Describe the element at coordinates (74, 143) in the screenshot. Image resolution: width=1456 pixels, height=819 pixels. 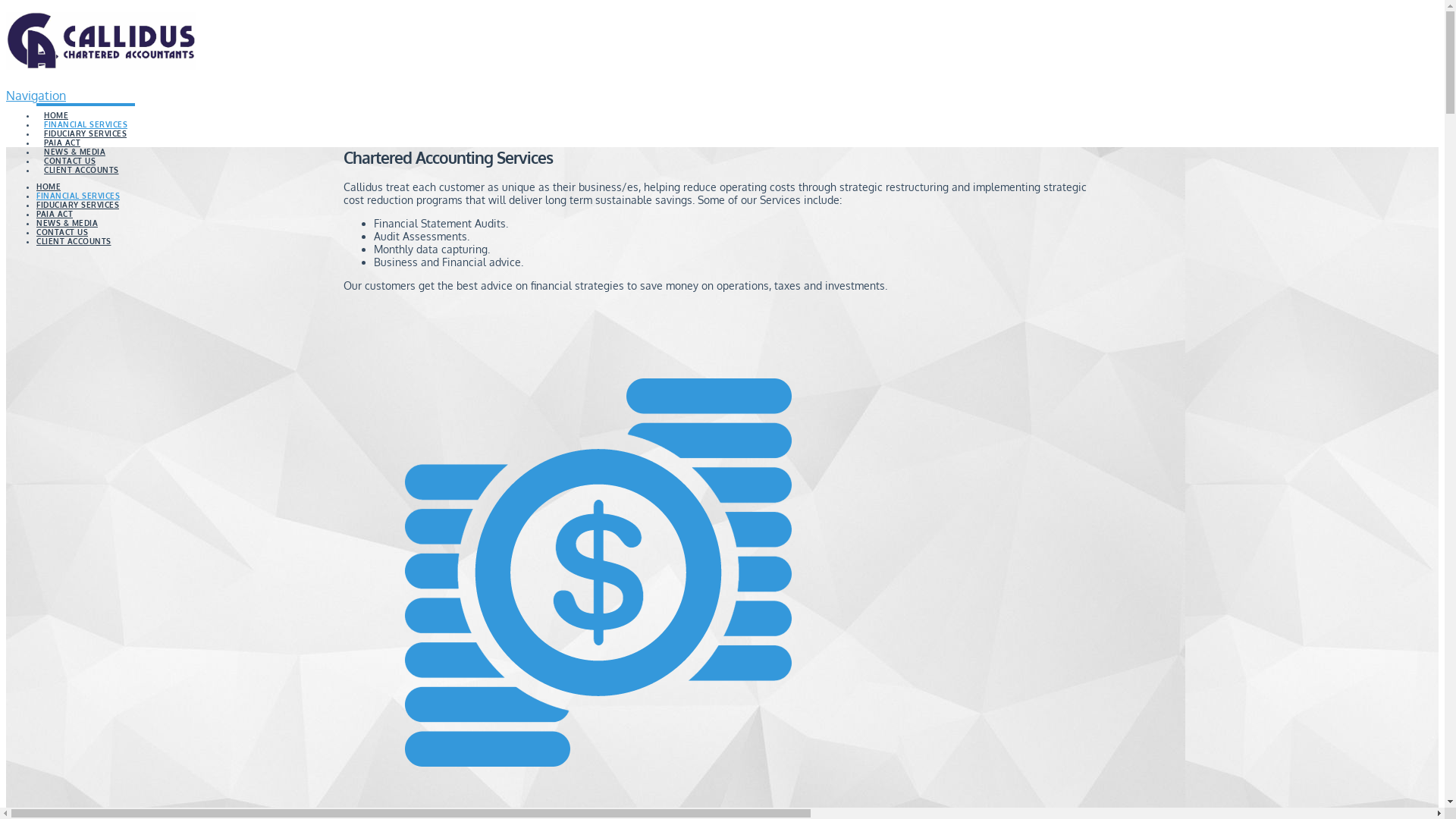
I see `'NEWS & MEDIA'` at that location.